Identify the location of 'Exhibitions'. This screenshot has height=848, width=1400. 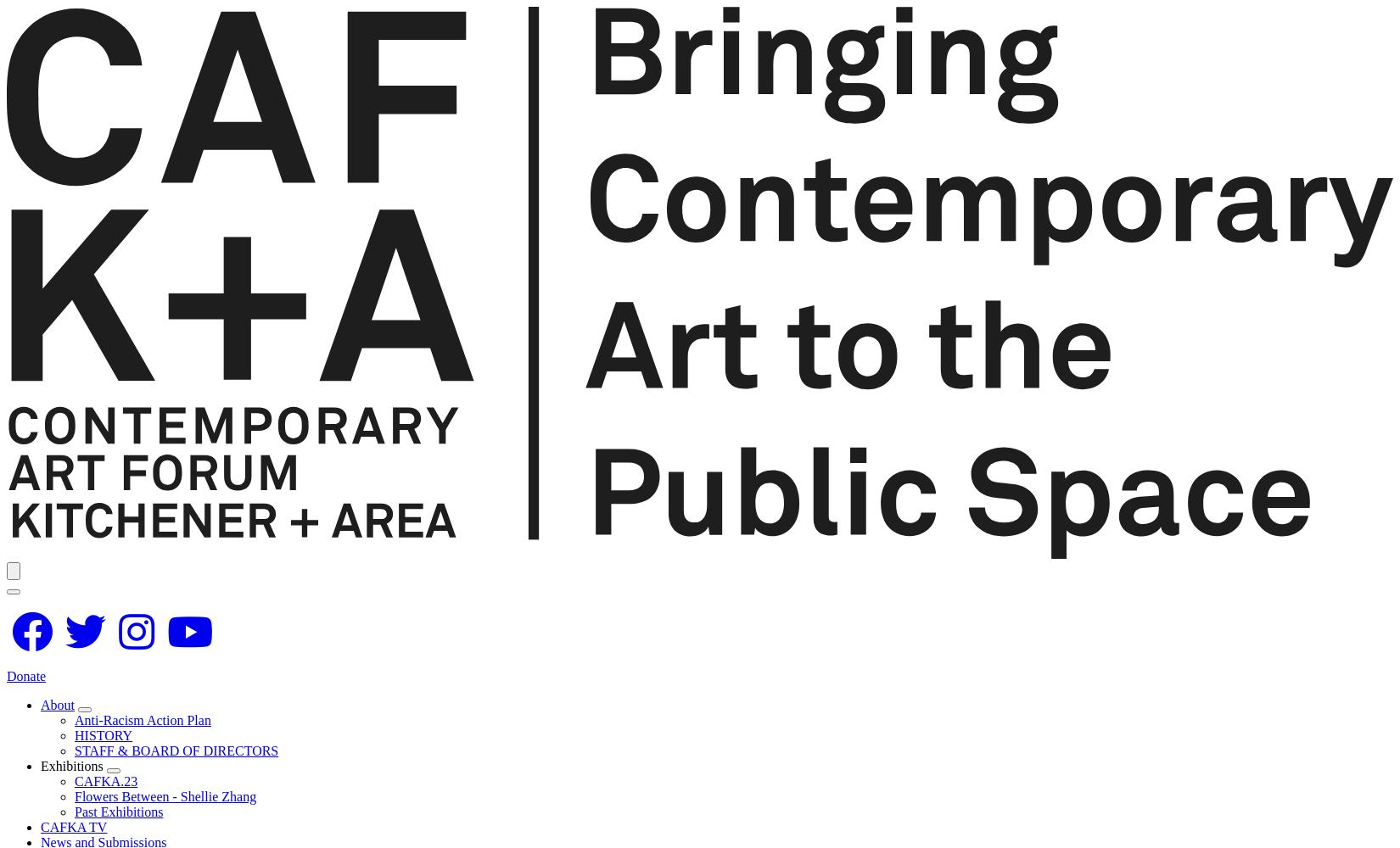
(41, 765).